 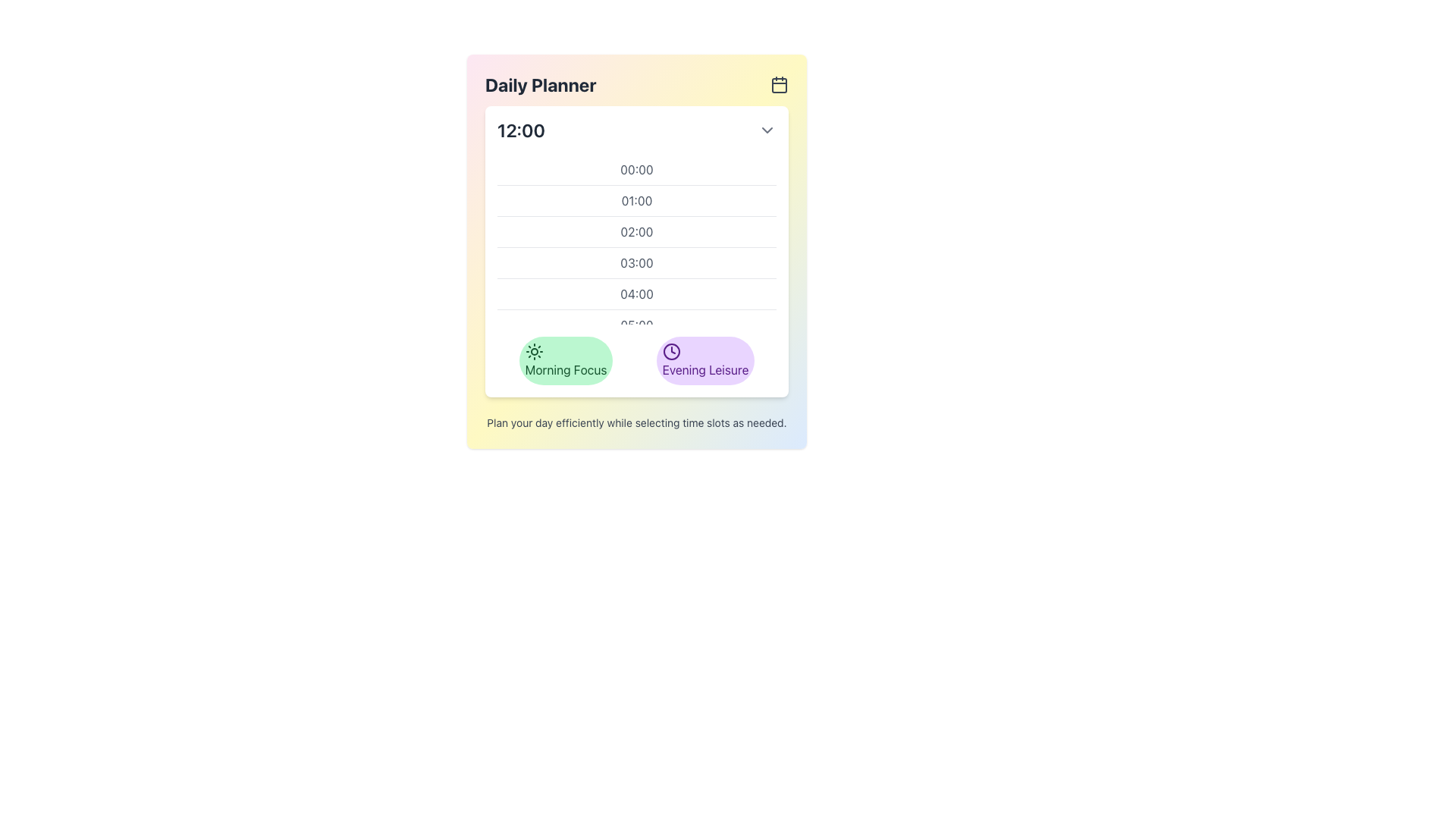 What do you see at coordinates (767, 130) in the screenshot?
I see `the Dropdown Trigger Icon located in the top-right corner of the white box under the heading '12:00'` at bounding box center [767, 130].